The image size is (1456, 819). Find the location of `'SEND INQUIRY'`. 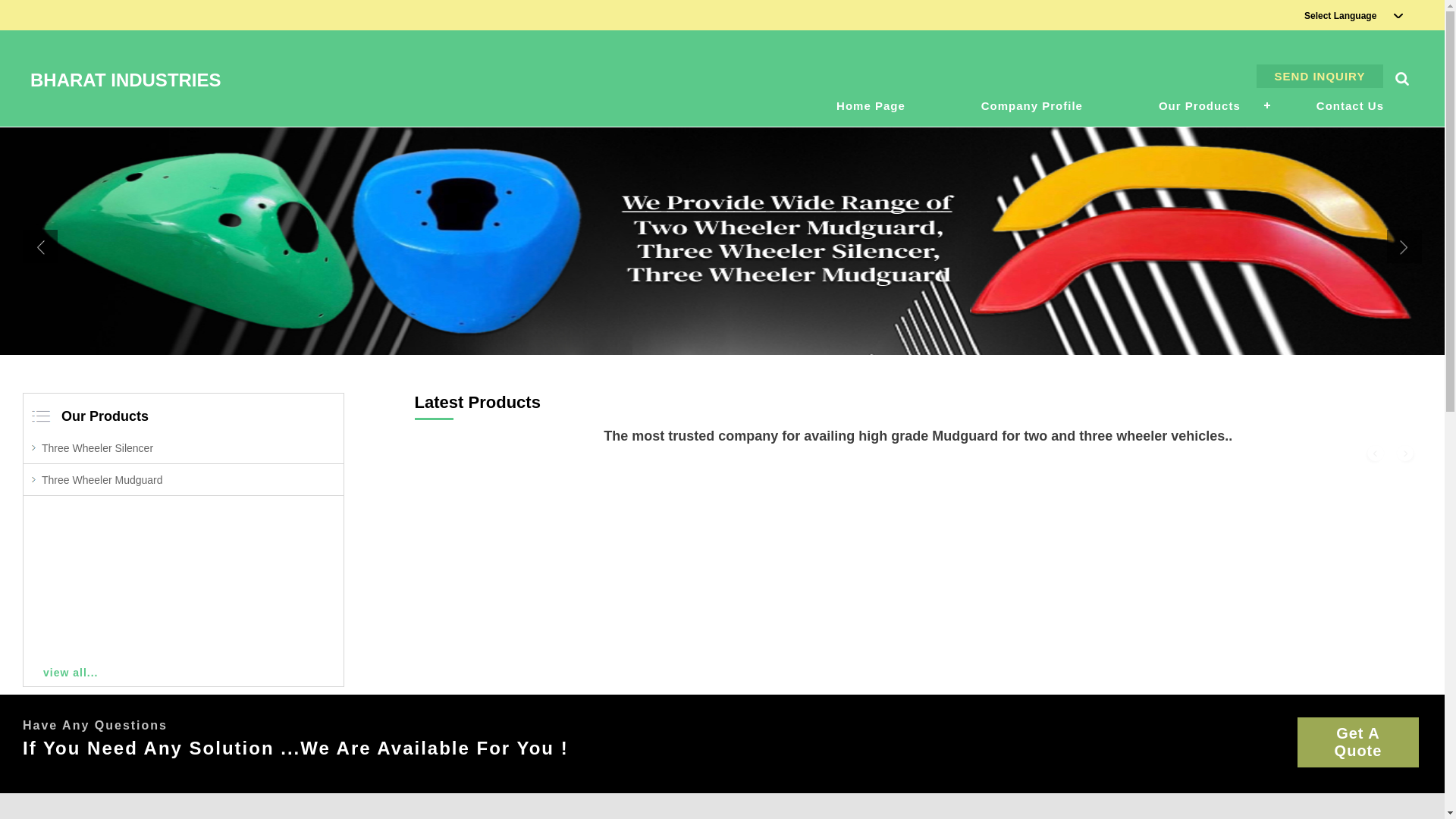

'SEND INQUIRY' is located at coordinates (1319, 76).